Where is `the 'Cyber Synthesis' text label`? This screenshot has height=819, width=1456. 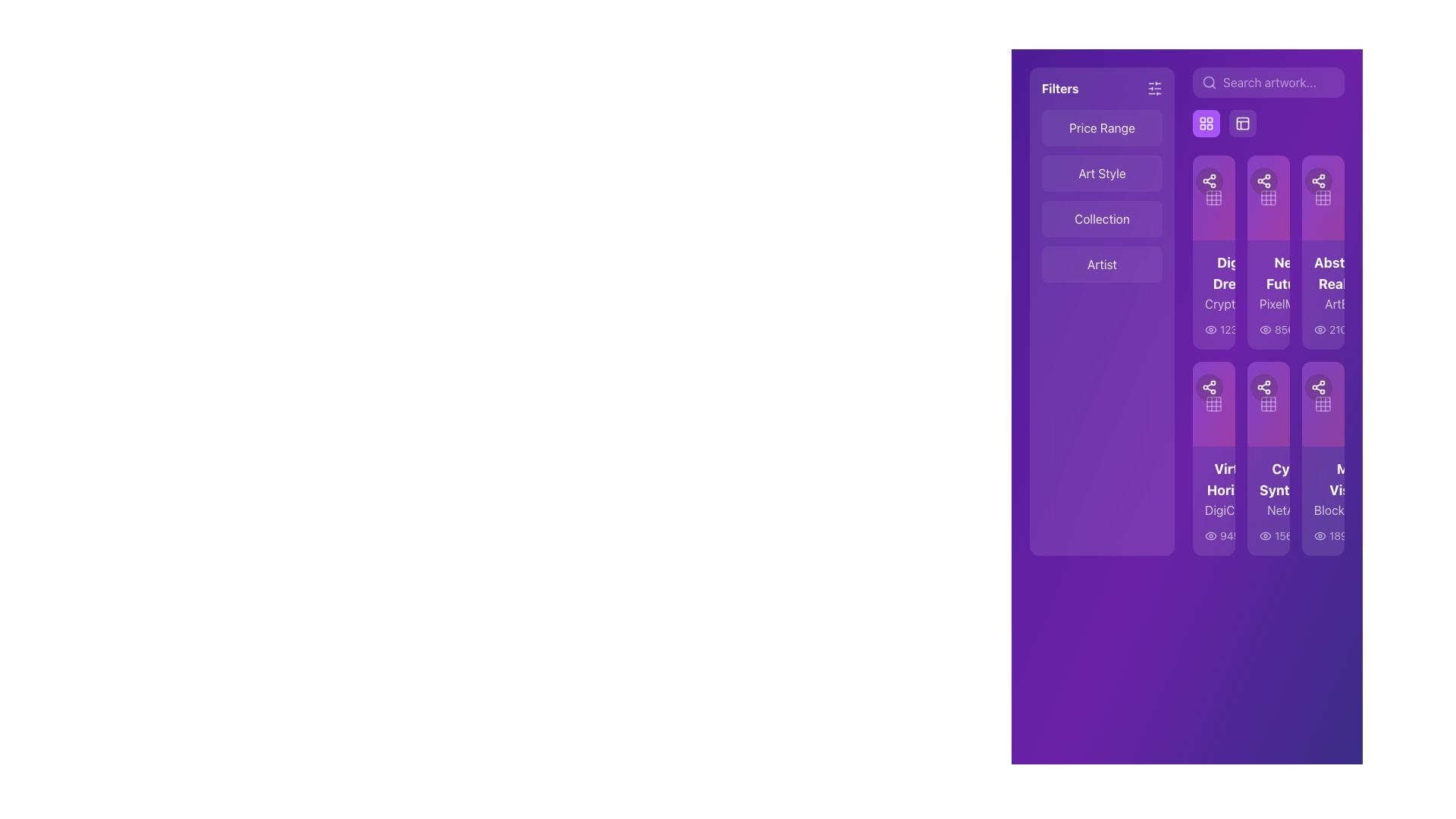 the 'Cyber Synthesis' text label is located at coordinates (1269, 488).